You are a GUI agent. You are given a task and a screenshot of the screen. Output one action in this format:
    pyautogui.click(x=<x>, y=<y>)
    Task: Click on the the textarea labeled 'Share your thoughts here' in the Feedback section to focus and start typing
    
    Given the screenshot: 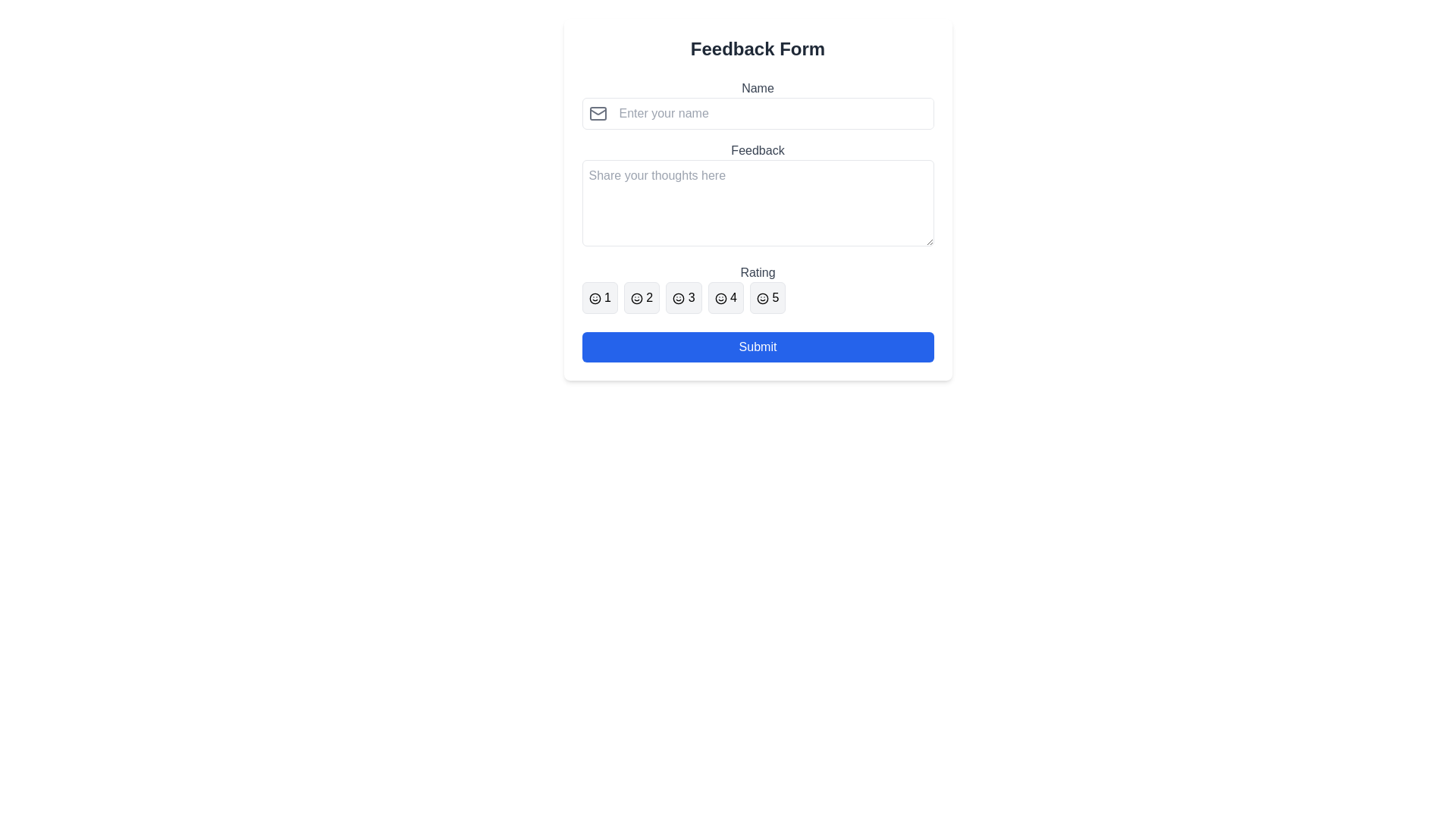 What is the action you would take?
    pyautogui.click(x=758, y=202)
    